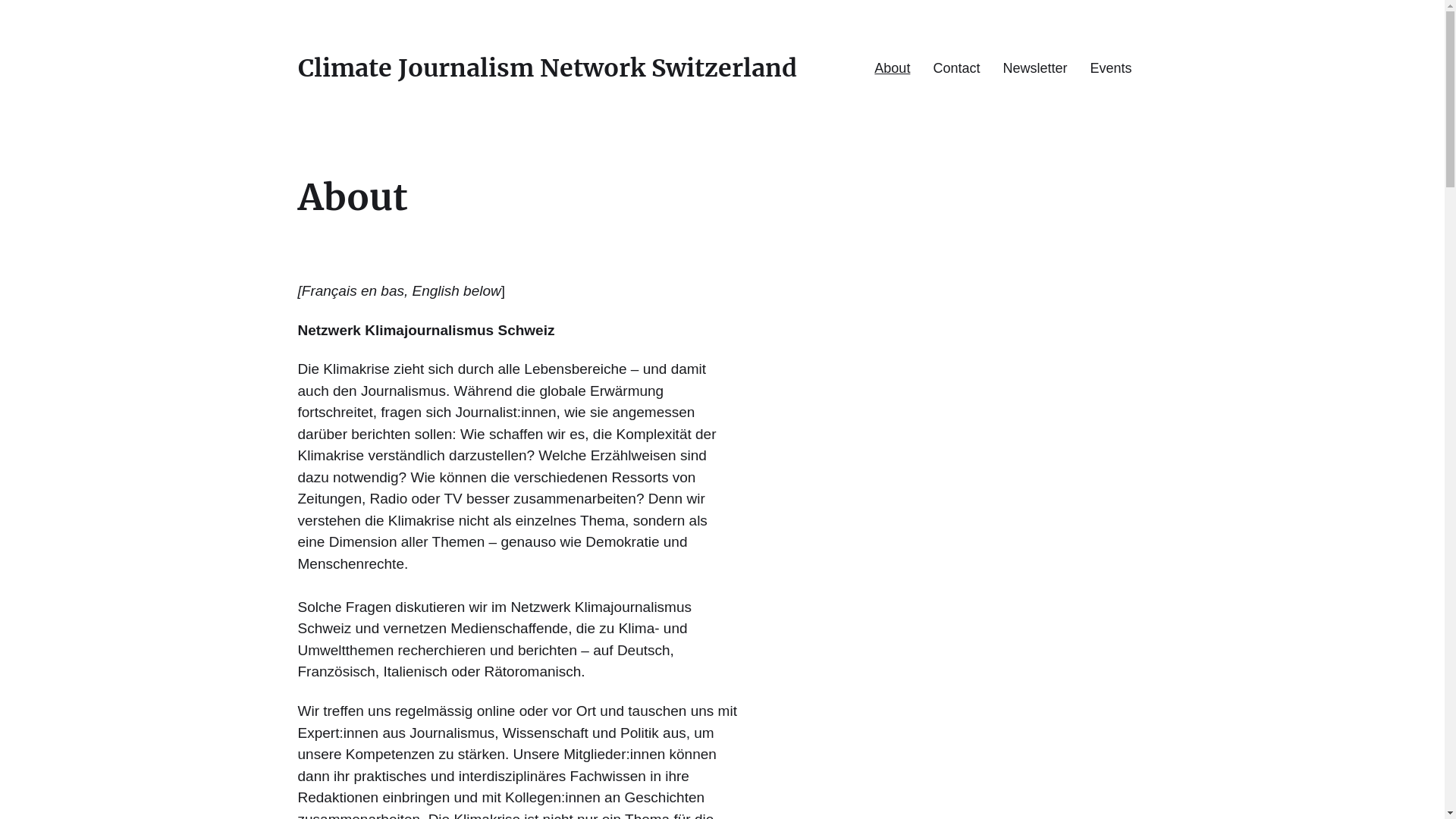  What do you see at coordinates (1110, 67) in the screenshot?
I see `'Events'` at bounding box center [1110, 67].